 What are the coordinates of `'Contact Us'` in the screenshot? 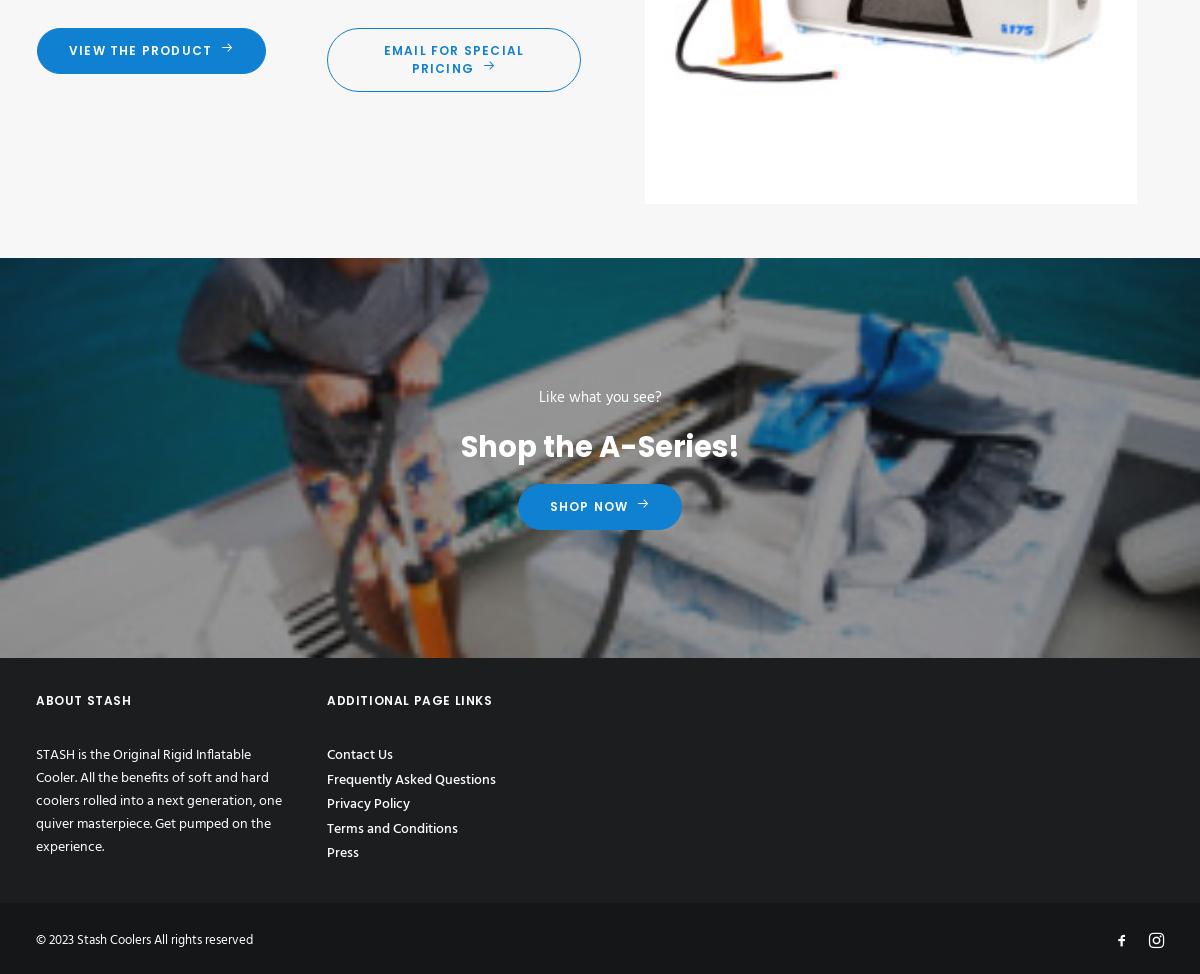 It's located at (360, 754).